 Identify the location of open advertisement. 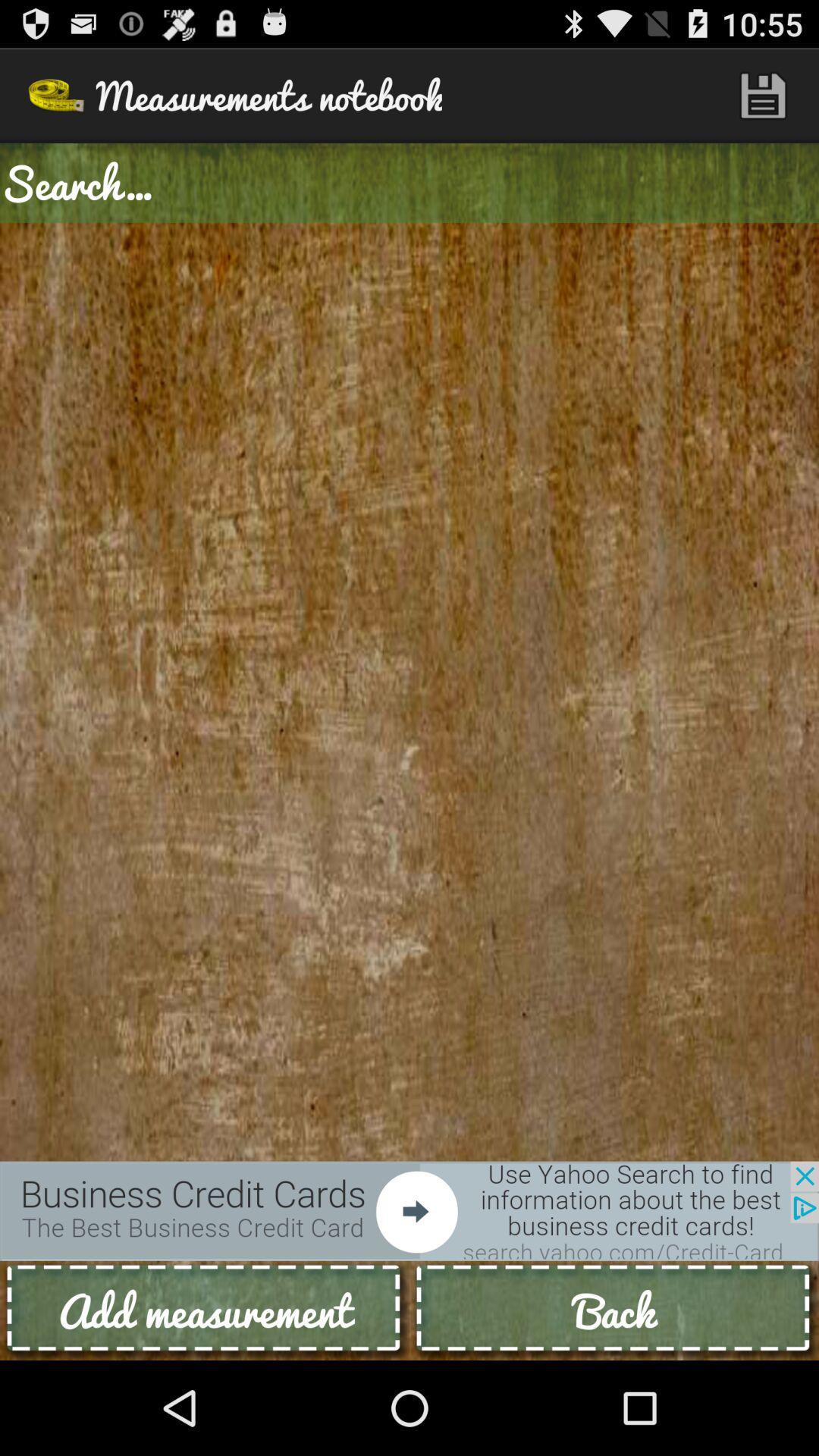
(409, 1210).